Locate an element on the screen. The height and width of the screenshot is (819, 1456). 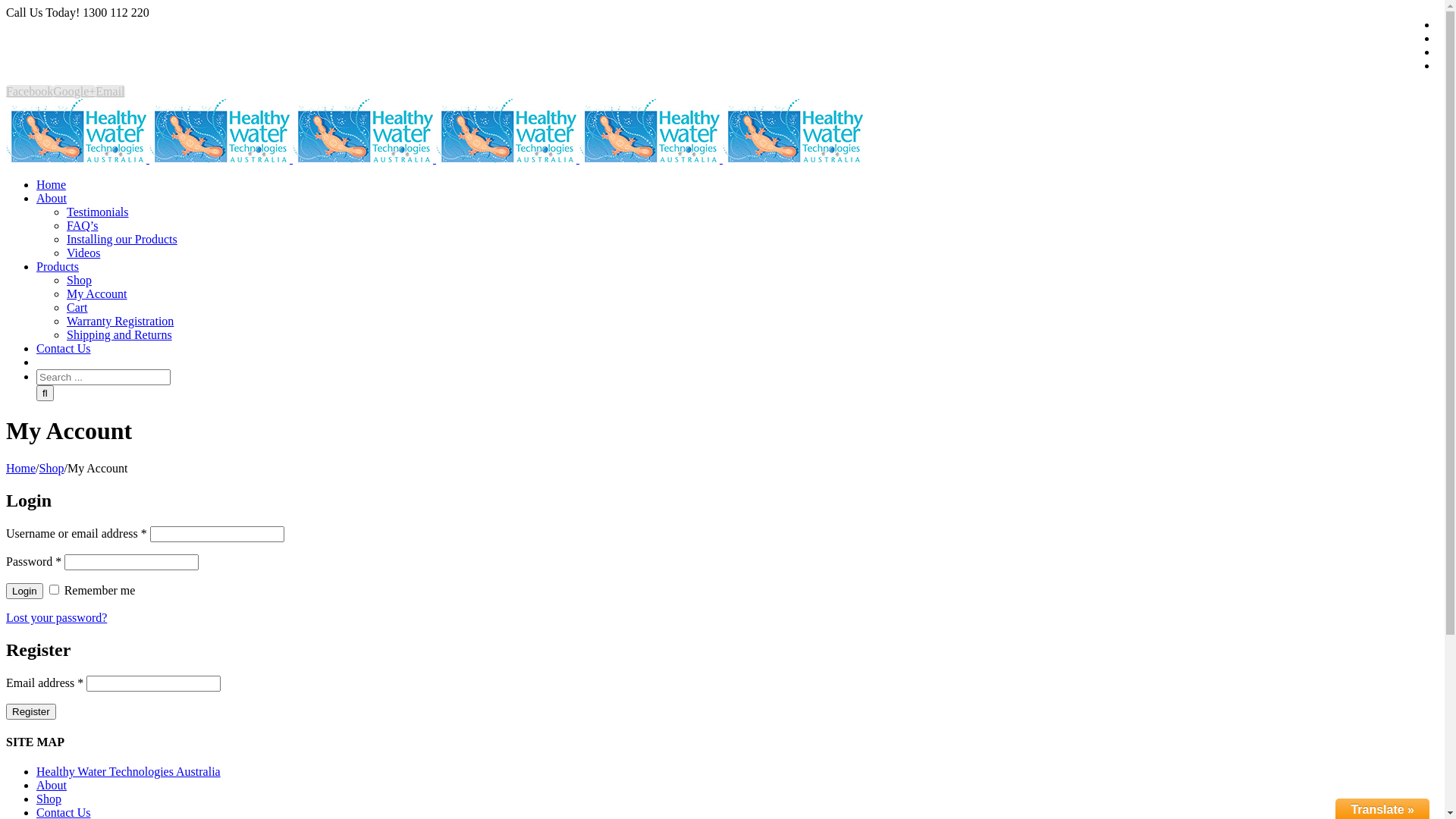
'Contact Us' is located at coordinates (36, 348).